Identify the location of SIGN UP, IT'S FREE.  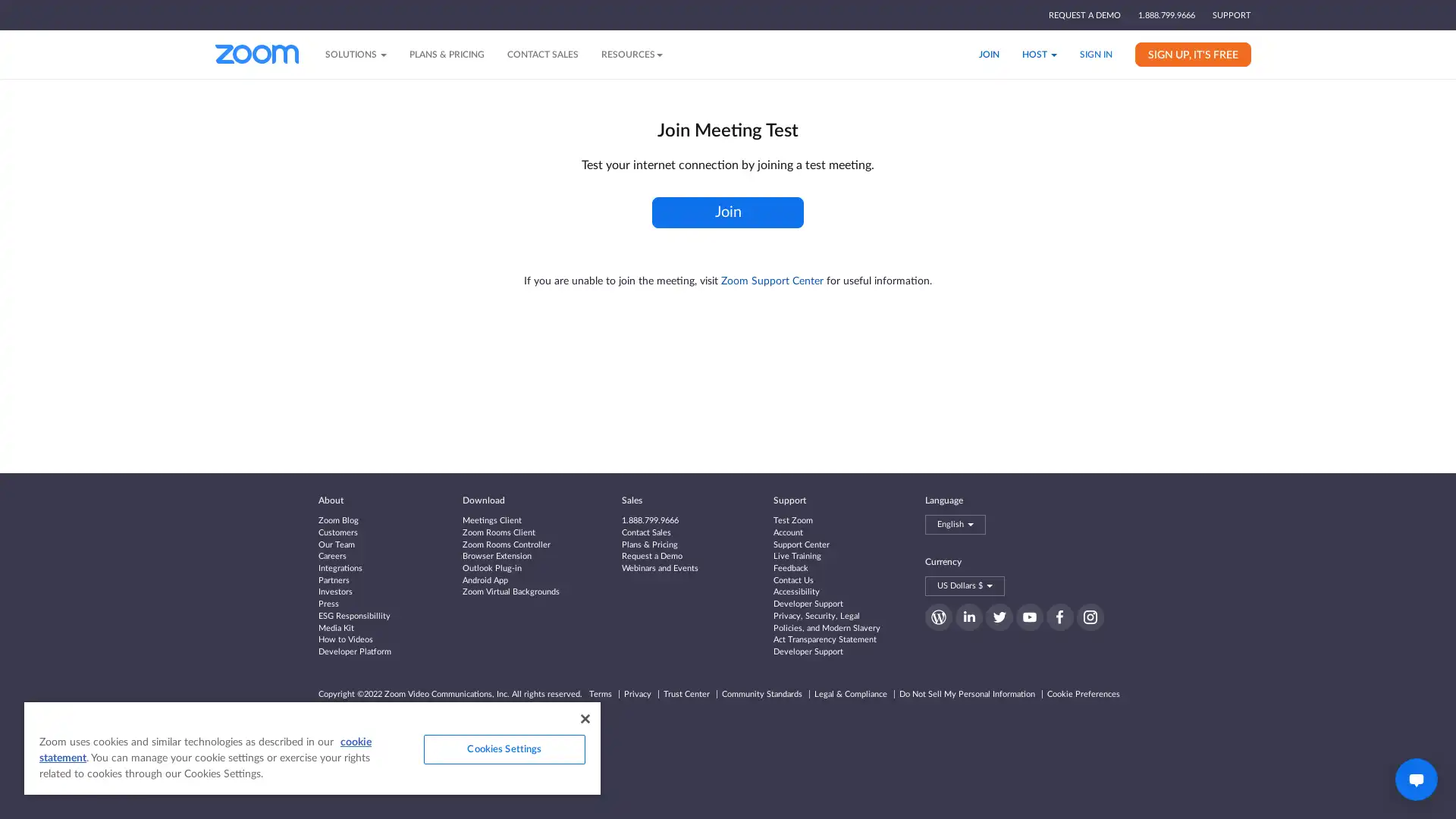
(1192, 52).